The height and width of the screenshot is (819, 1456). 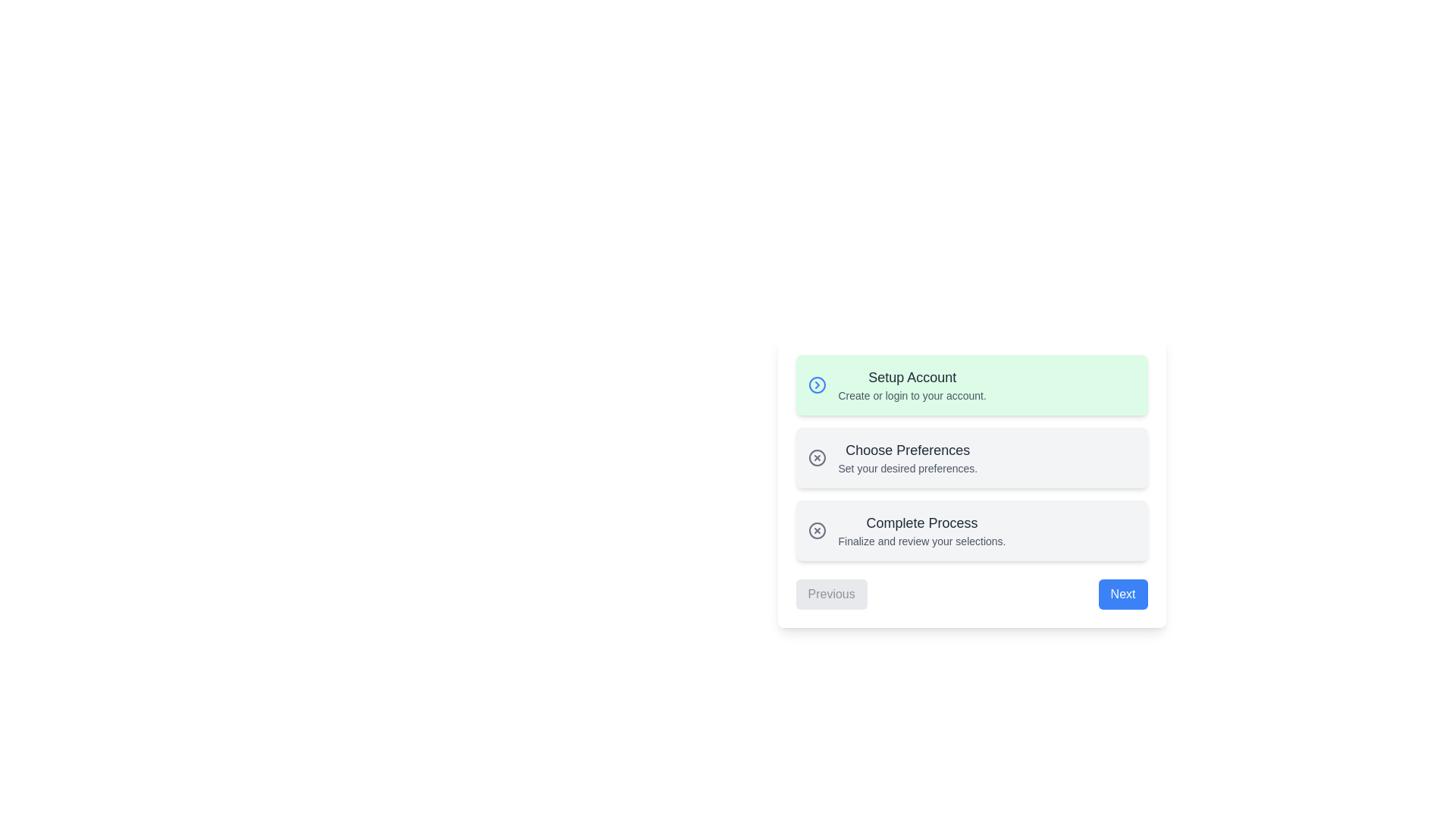 What do you see at coordinates (816, 384) in the screenshot?
I see `the navigational icon located to the left of the 'Setup Account' text in the green-highlighted section` at bounding box center [816, 384].